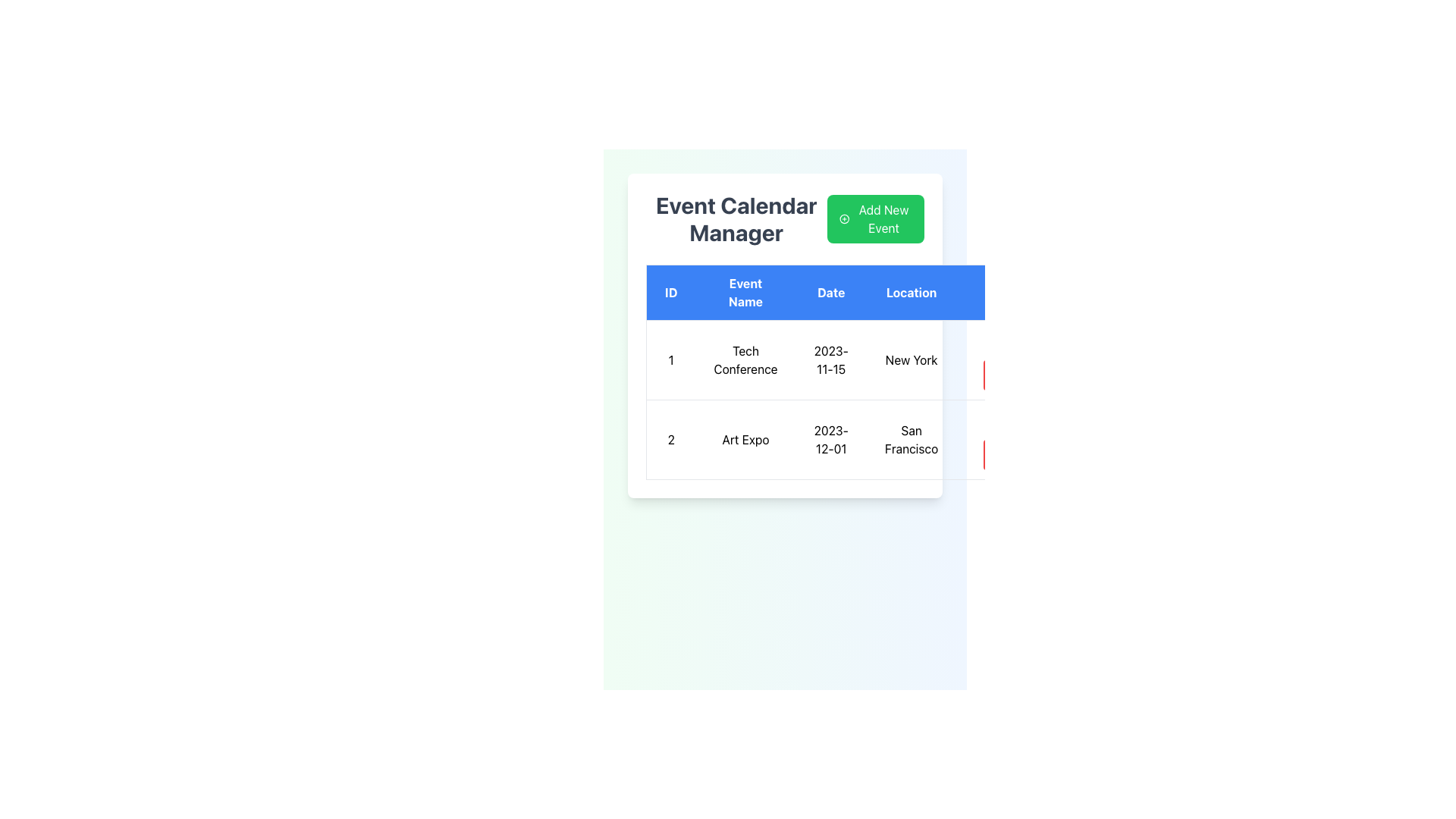  I want to click on the header row of the table to navigate to related content, so click(854, 292).